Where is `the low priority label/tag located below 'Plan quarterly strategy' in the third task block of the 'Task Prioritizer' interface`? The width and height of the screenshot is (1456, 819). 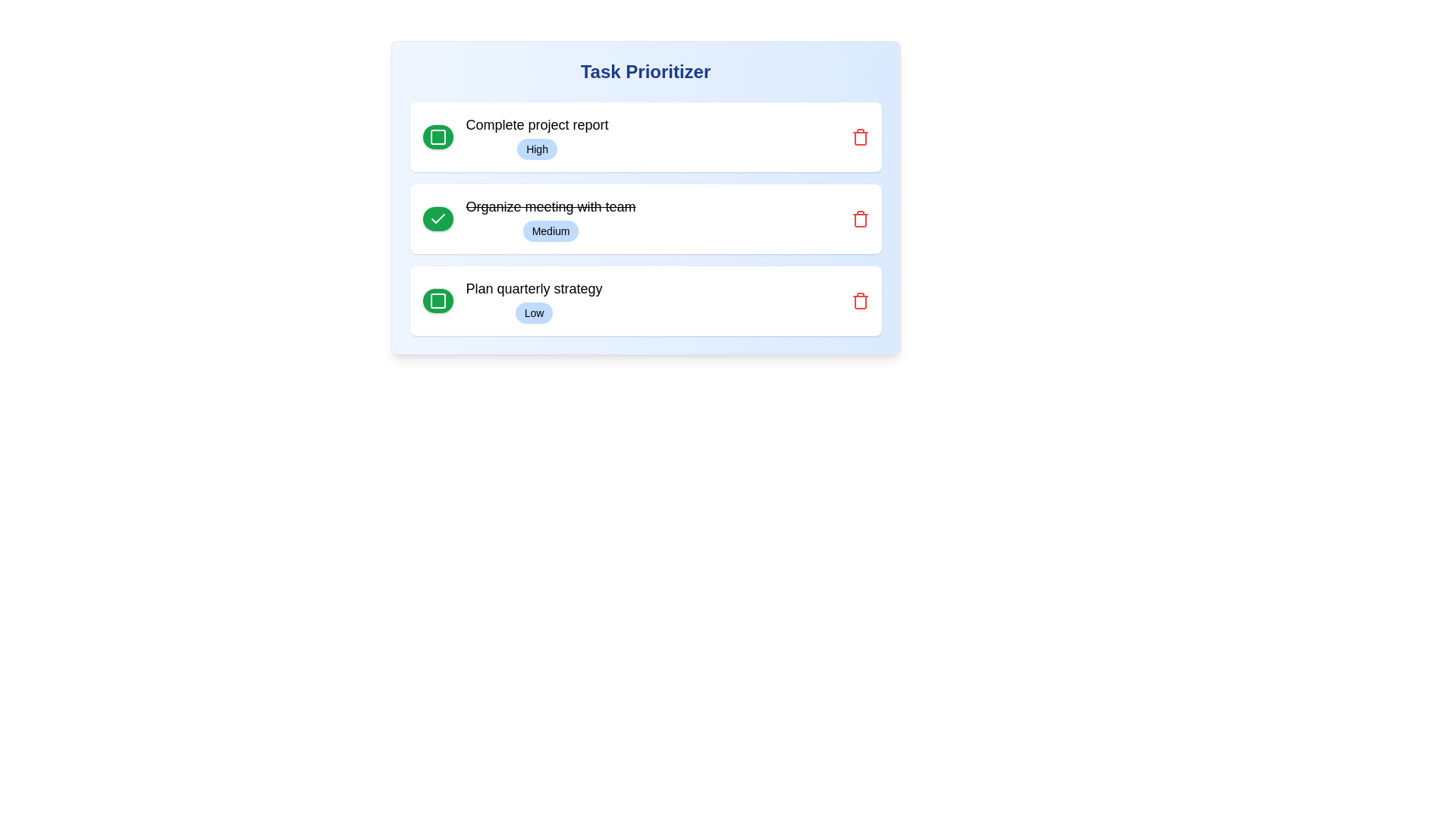
the low priority label/tag located below 'Plan quarterly strategy' in the third task block of the 'Task Prioritizer' interface is located at coordinates (534, 312).